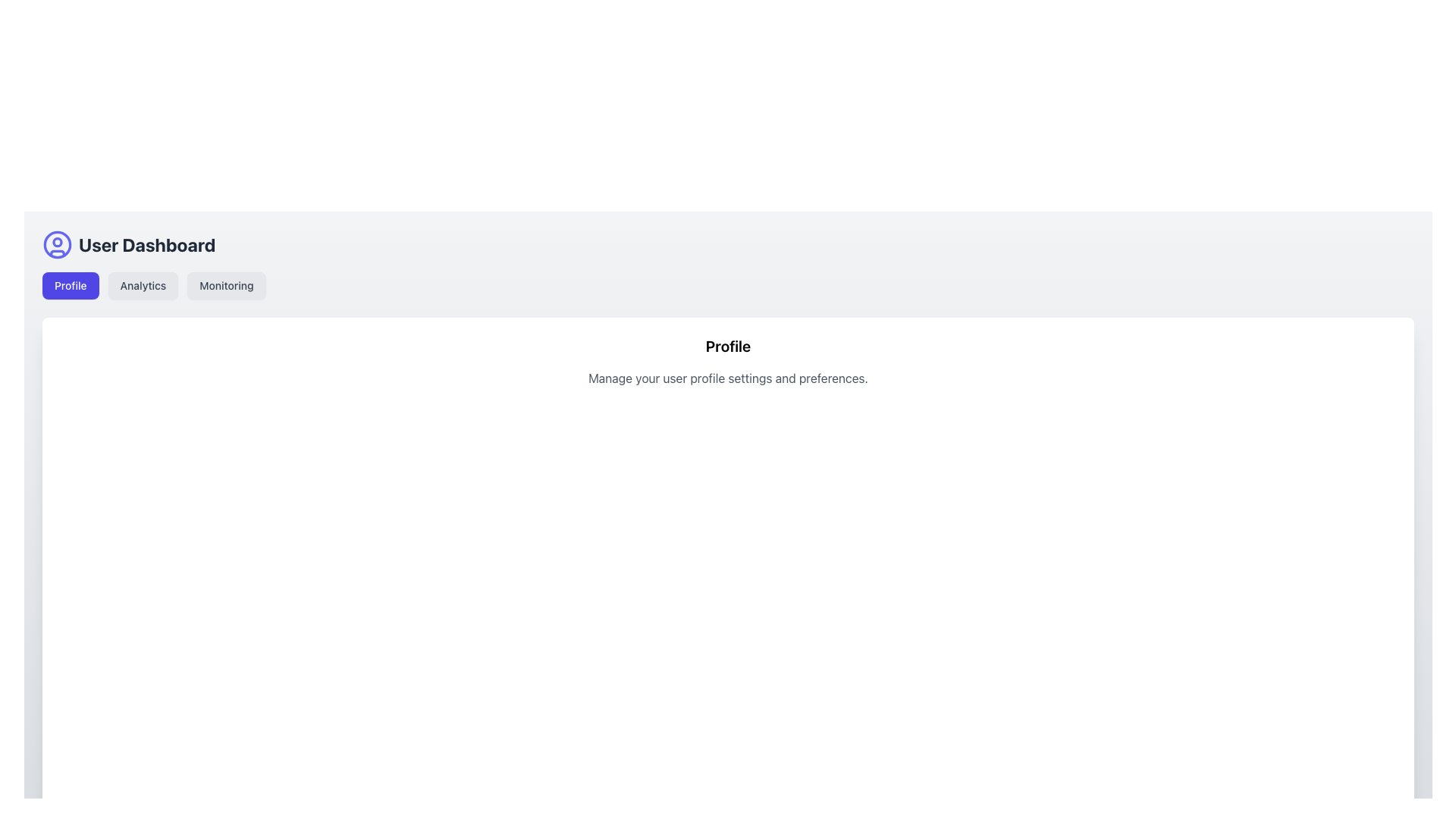 This screenshot has width=1456, height=819. What do you see at coordinates (728, 377) in the screenshot?
I see `the text label that provides contextual guidance for managing user profile settings, located below the 'Profile' heading in the white panel` at bounding box center [728, 377].